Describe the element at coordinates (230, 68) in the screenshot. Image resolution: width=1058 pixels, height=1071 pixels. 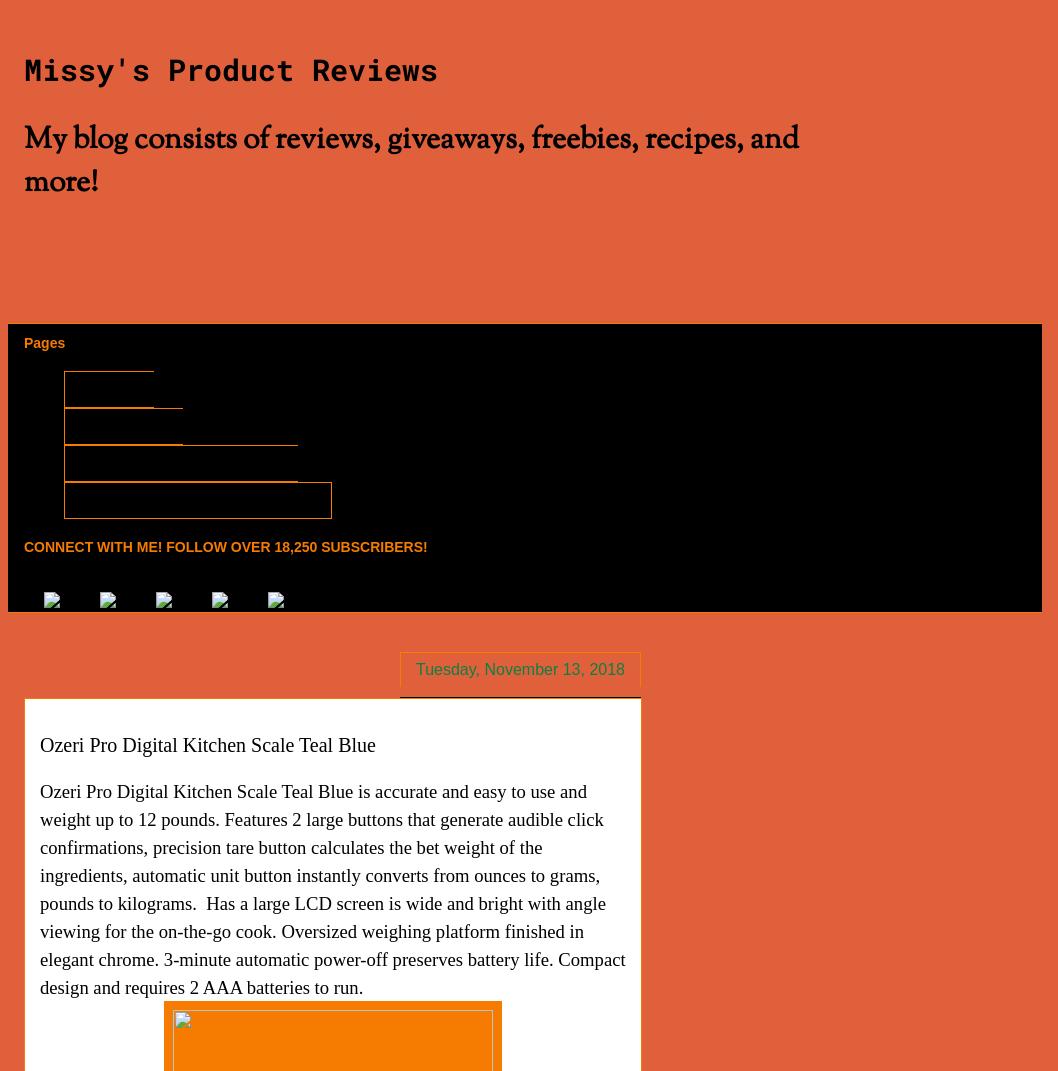
I see `'Missy's Product Reviews'` at that location.